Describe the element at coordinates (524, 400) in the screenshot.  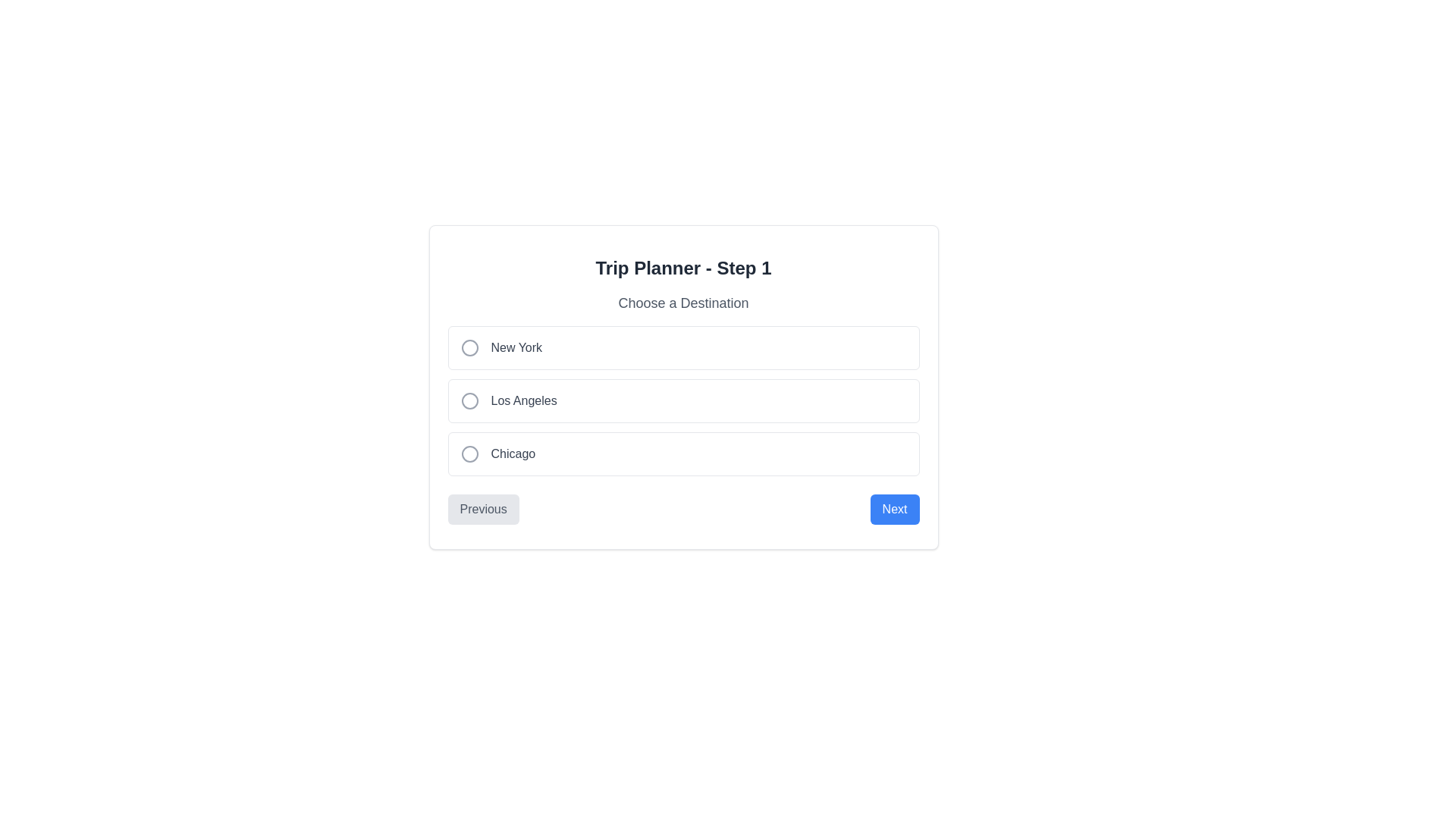
I see `the radio button associated with the 'Los Angeles' text label` at that location.